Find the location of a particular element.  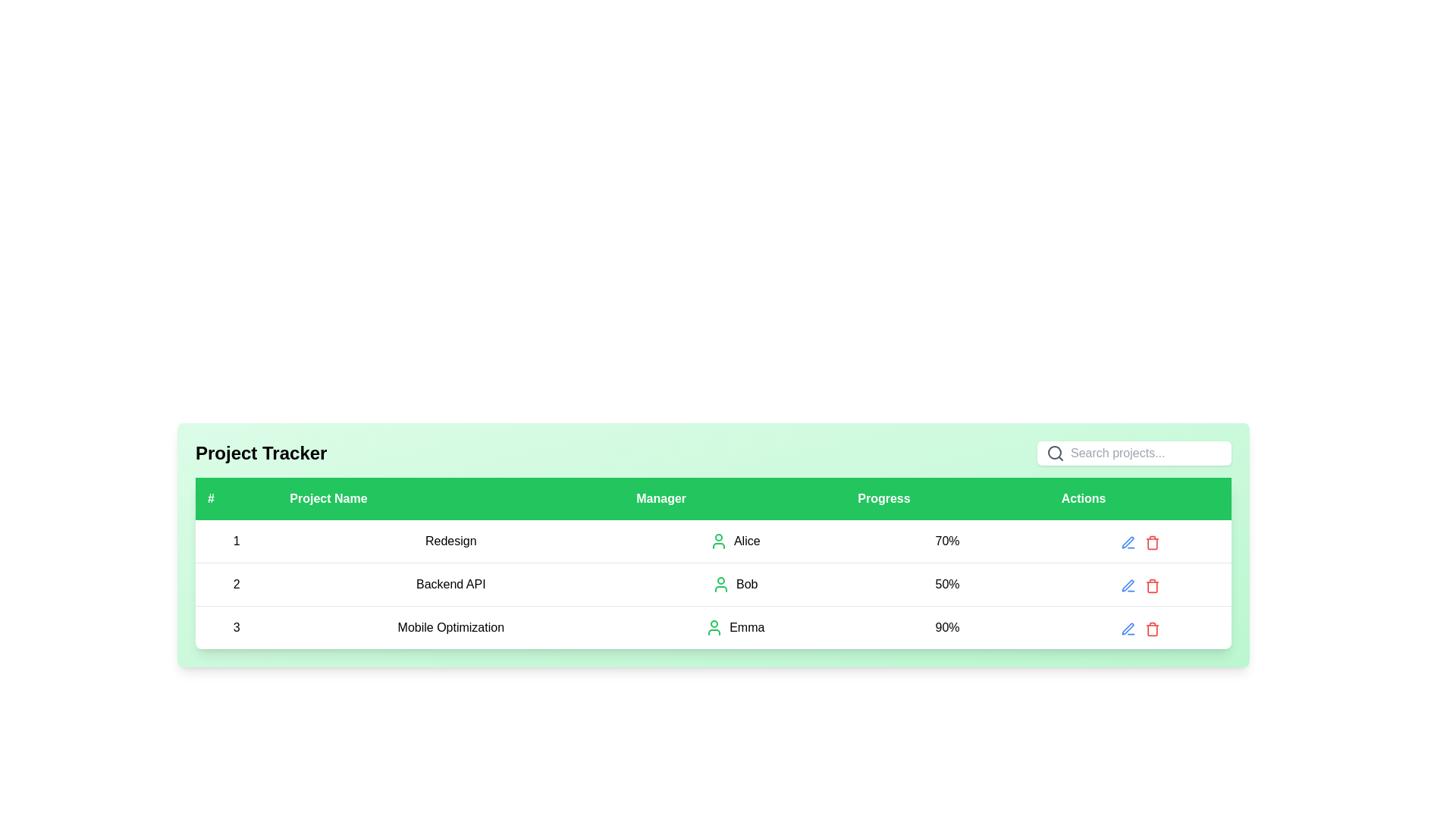

the decorative graphical element, which is a circular shape located within the magnifying glass icon, positioned at the center of the circular part of the magnifying glass is located at coordinates (1054, 452).